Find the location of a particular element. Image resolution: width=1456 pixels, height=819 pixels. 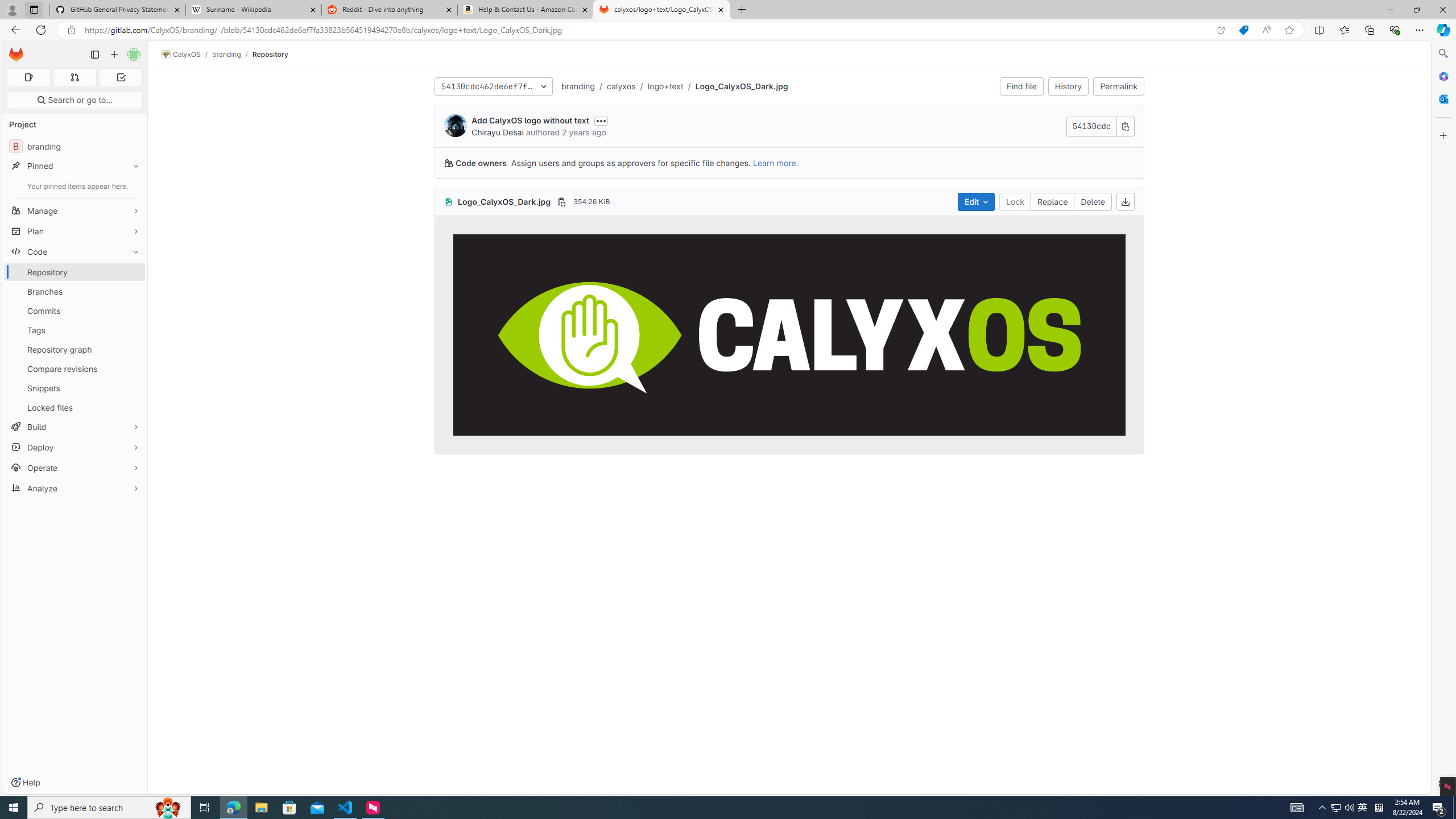

'logo+text' is located at coordinates (665, 85).